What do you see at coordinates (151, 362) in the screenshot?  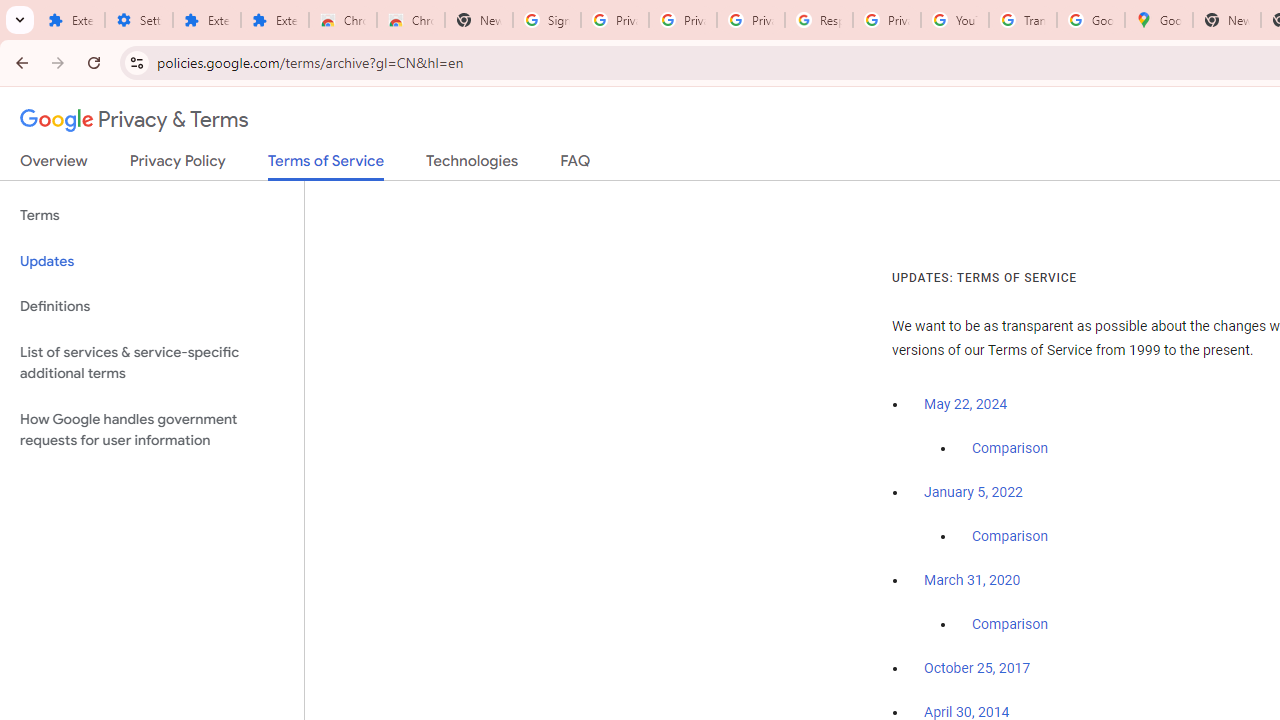 I see `'List of services & service-specific additional terms'` at bounding box center [151, 362].